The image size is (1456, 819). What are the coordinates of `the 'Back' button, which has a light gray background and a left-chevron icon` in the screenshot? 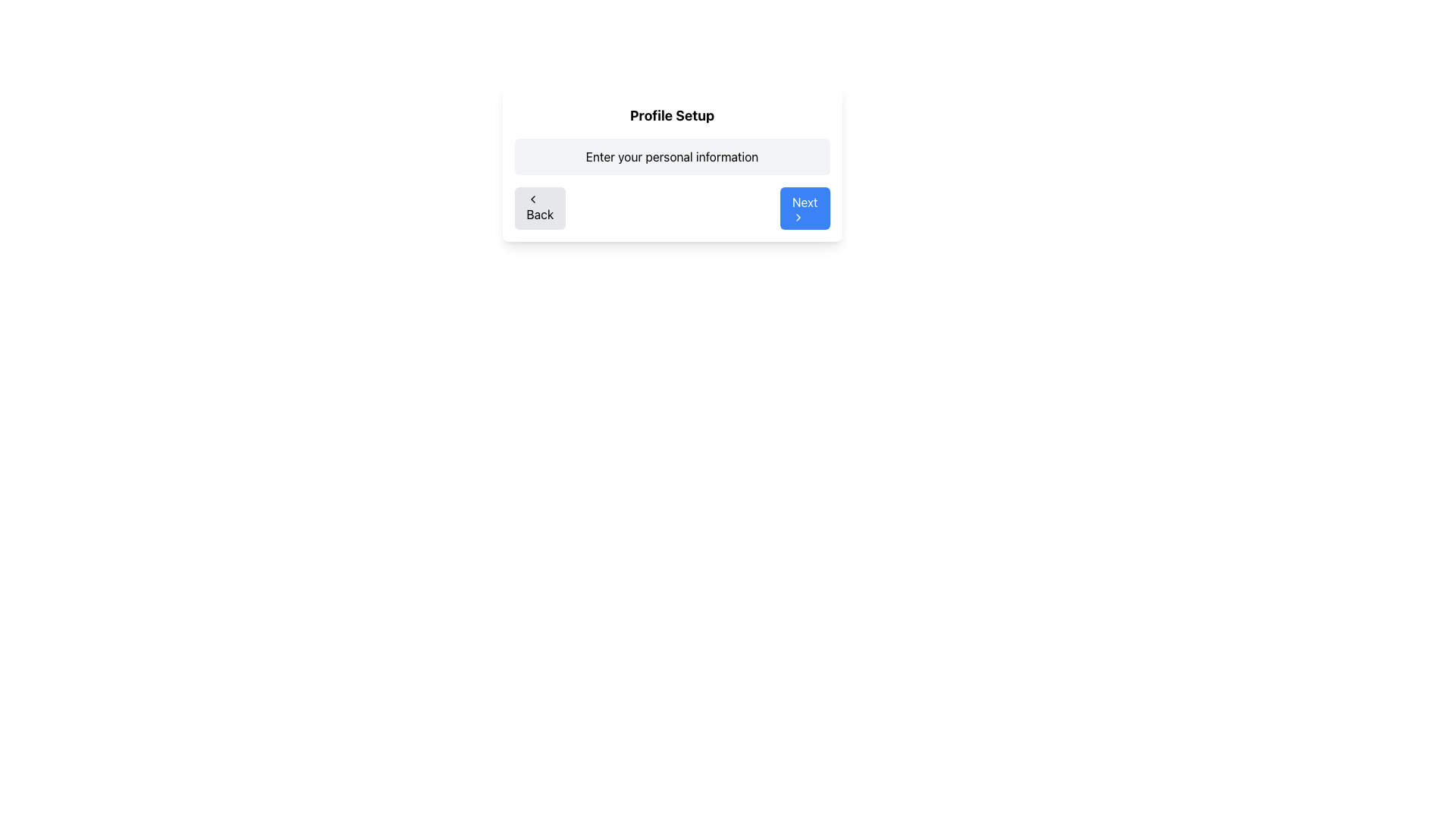 It's located at (540, 208).